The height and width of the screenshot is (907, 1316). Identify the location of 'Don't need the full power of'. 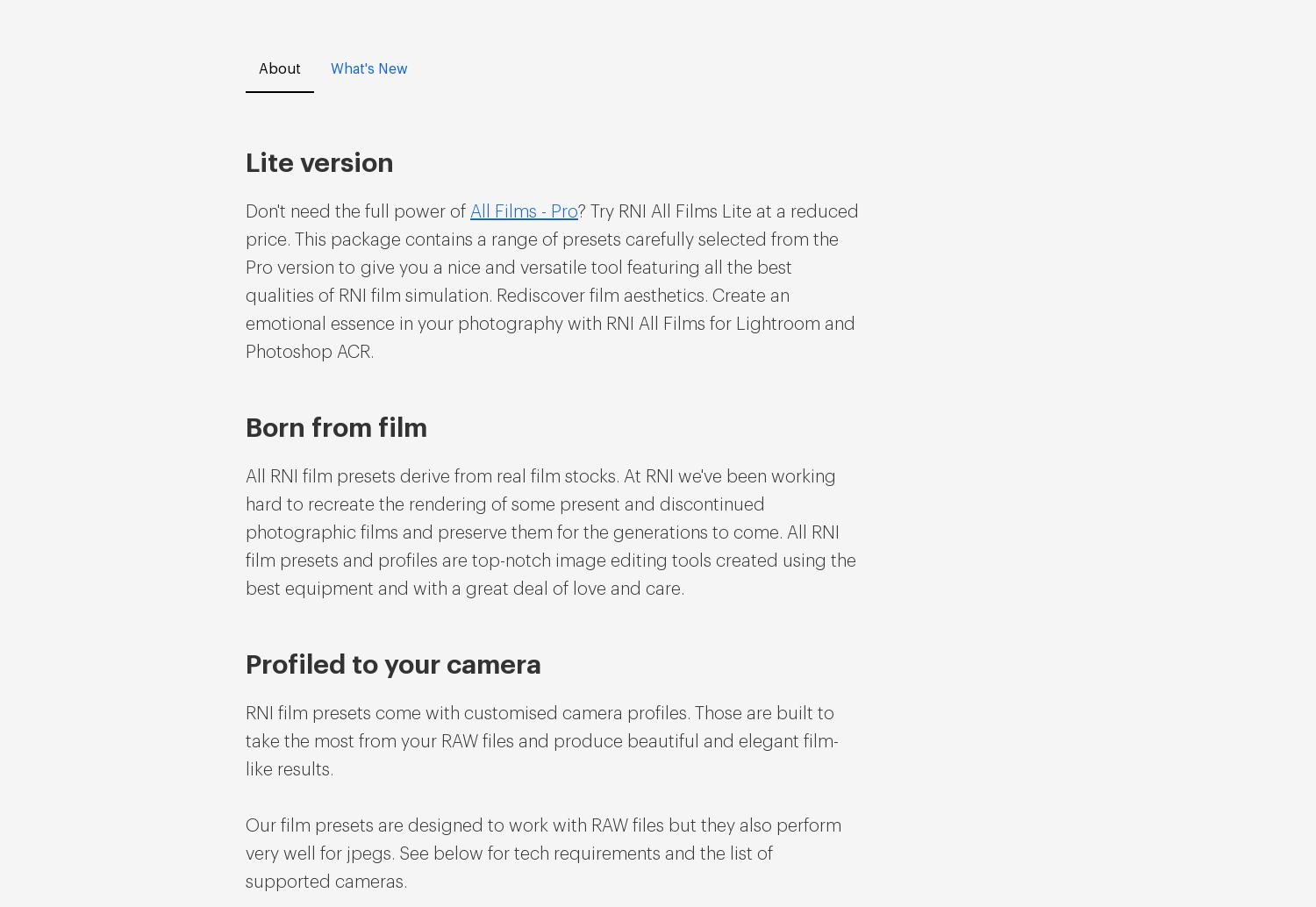
(358, 211).